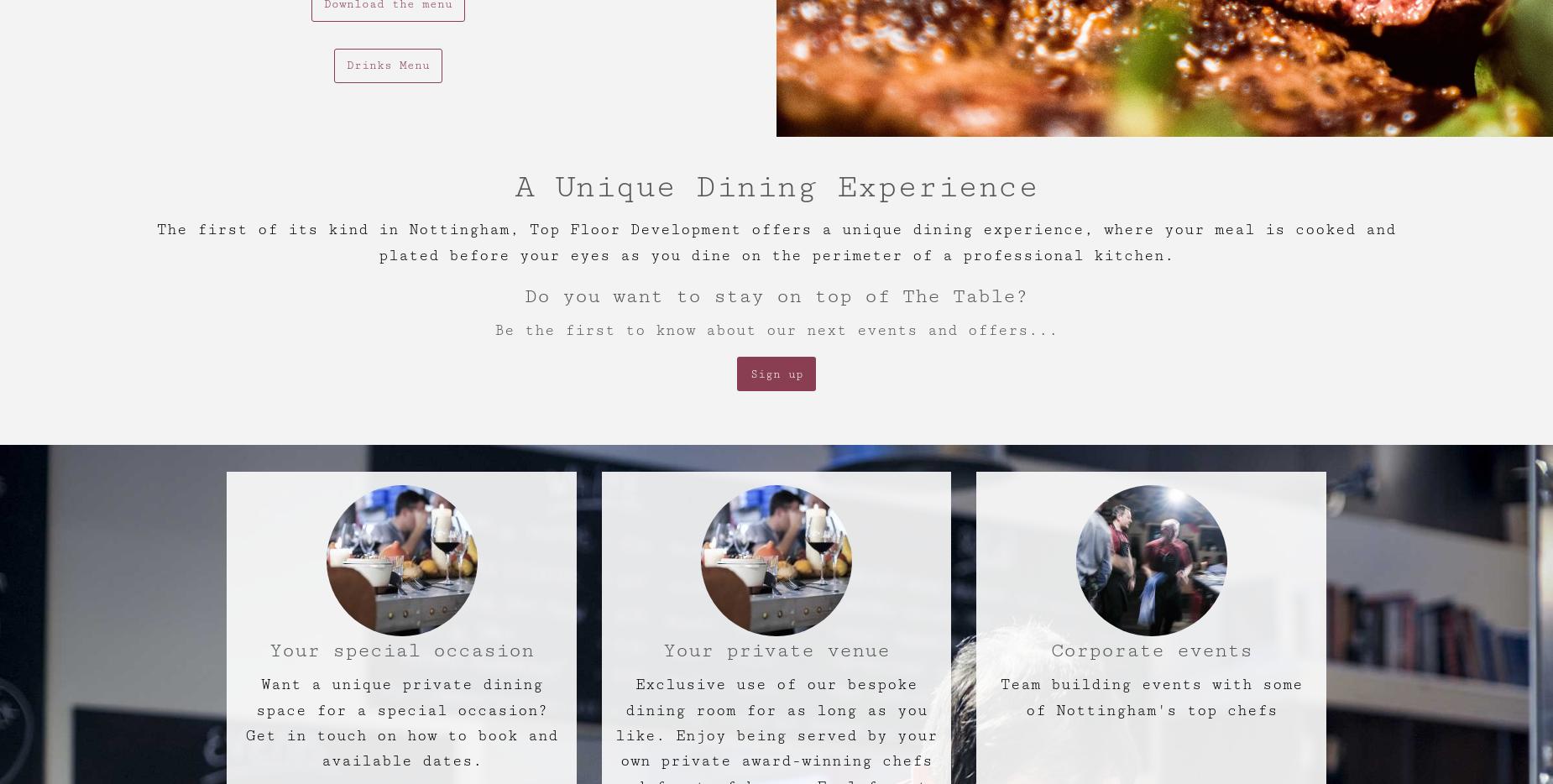 The width and height of the screenshot is (1553, 784). I want to click on 'Want a unique private dining space for a special occasion? Get in touch on how to book and available dates.', so click(401, 721).